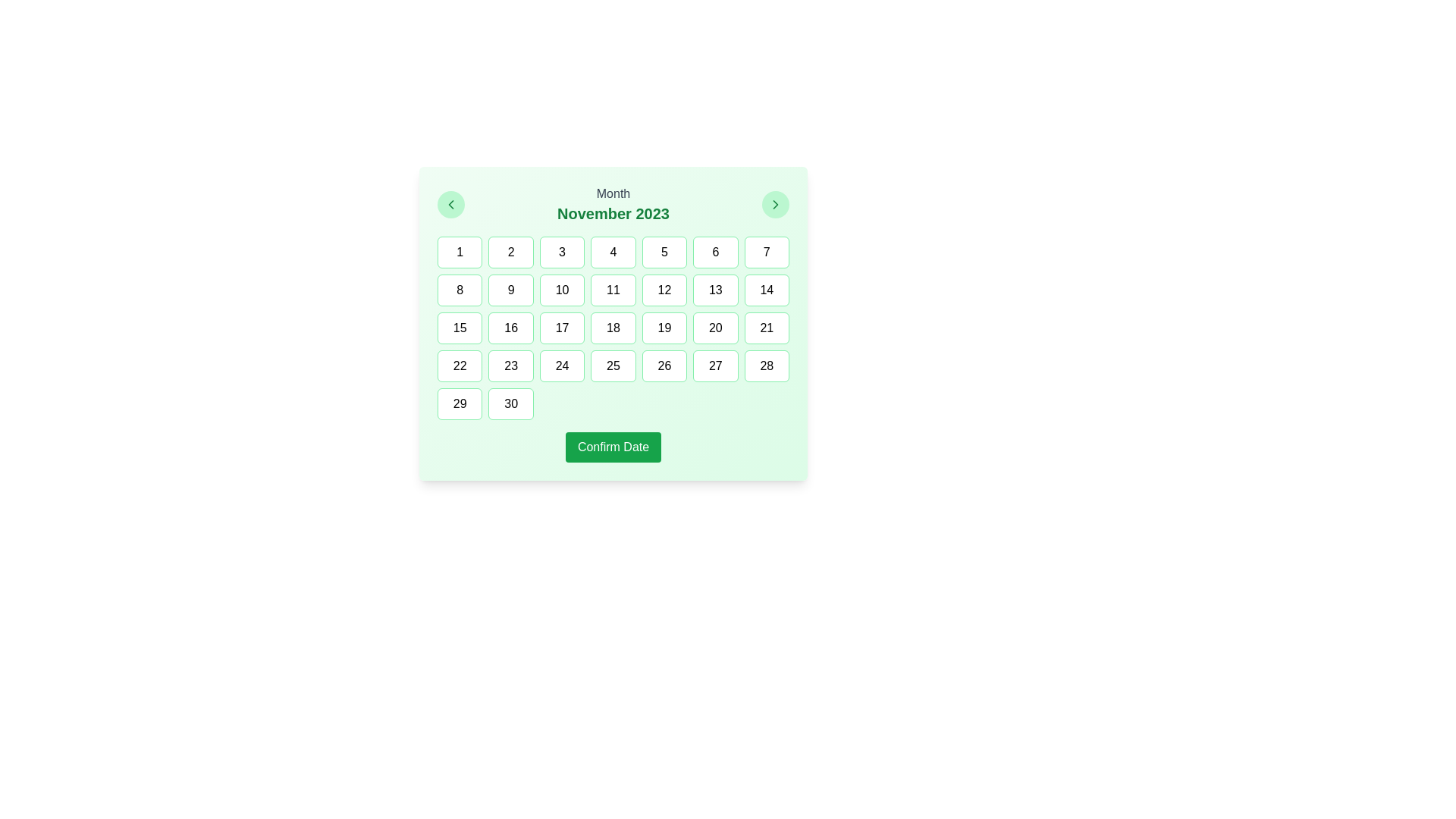 This screenshot has height=819, width=1456. I want to click on the Label displaying 'November 2023' in a large, bold, green font, which is centrally located beneath the text 'Month' in the calendar interface, so click(613, 213).